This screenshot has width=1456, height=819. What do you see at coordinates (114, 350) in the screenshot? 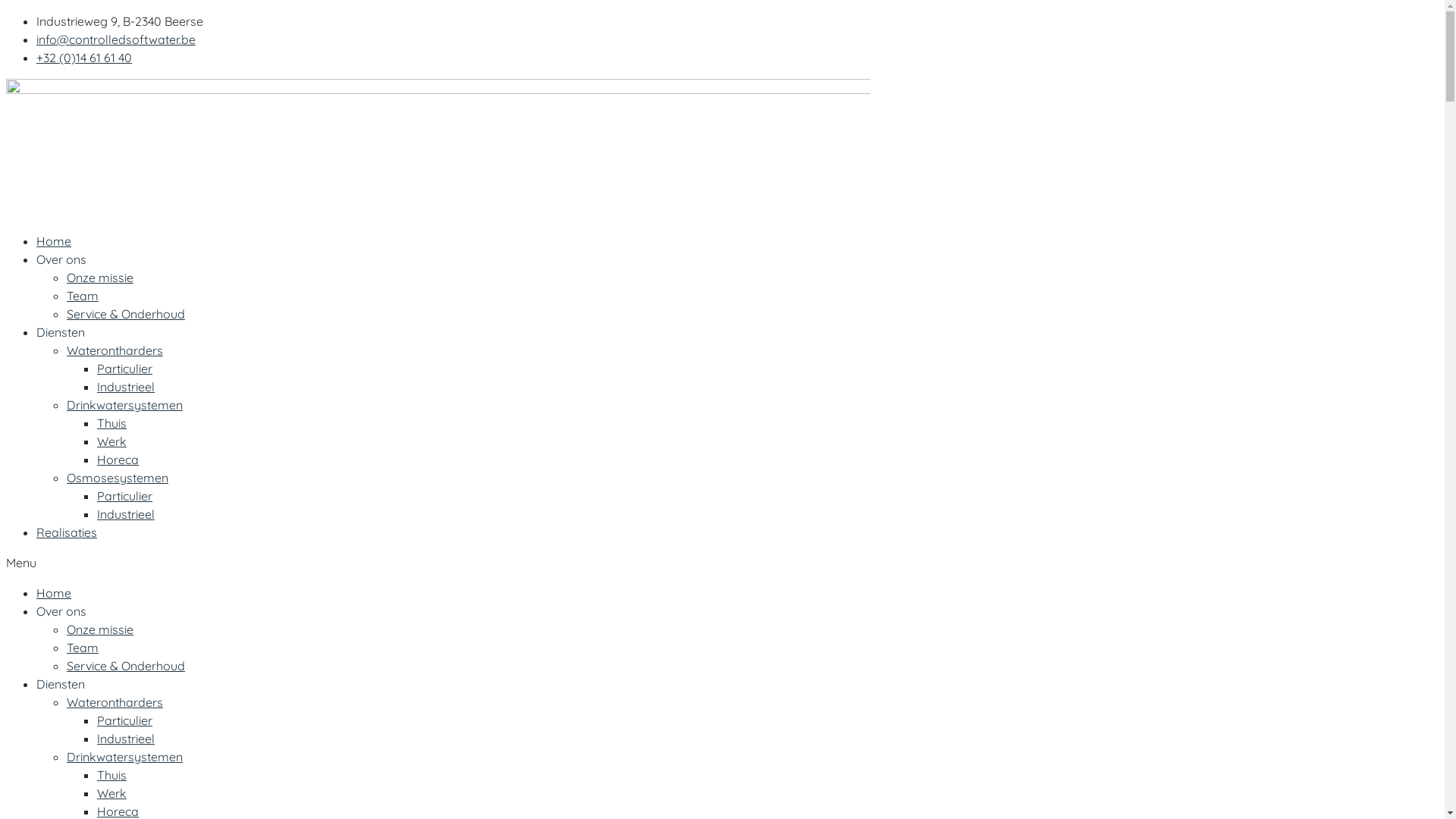
I see `'Waterontharders'` at bounding box center [114, 350].